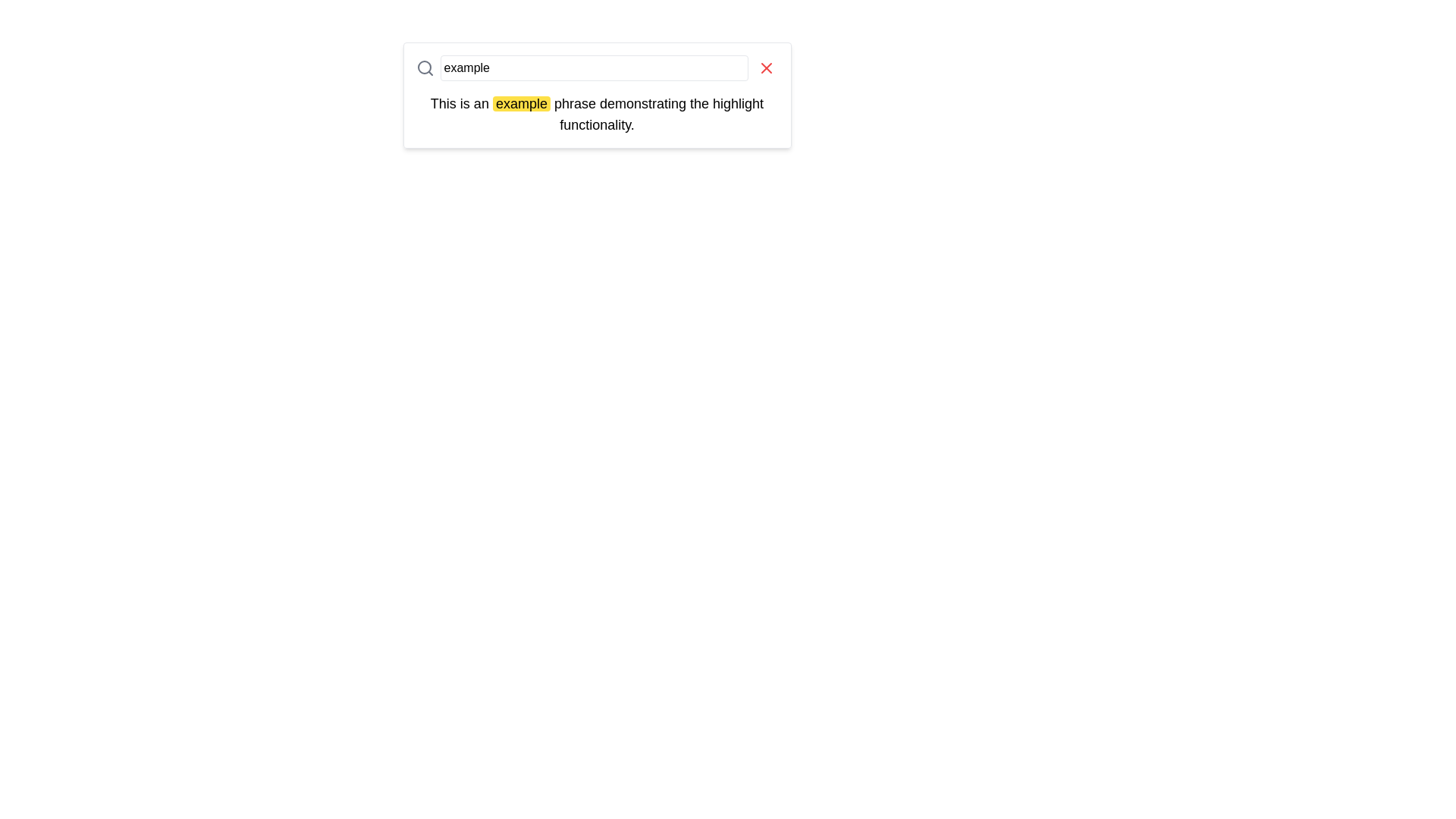 The width and height of the screenshot is (1456, 819). I want to click on the red cross icon in the upper-right corner of the search bar to clear or dismiss the input, so click(766, 67).